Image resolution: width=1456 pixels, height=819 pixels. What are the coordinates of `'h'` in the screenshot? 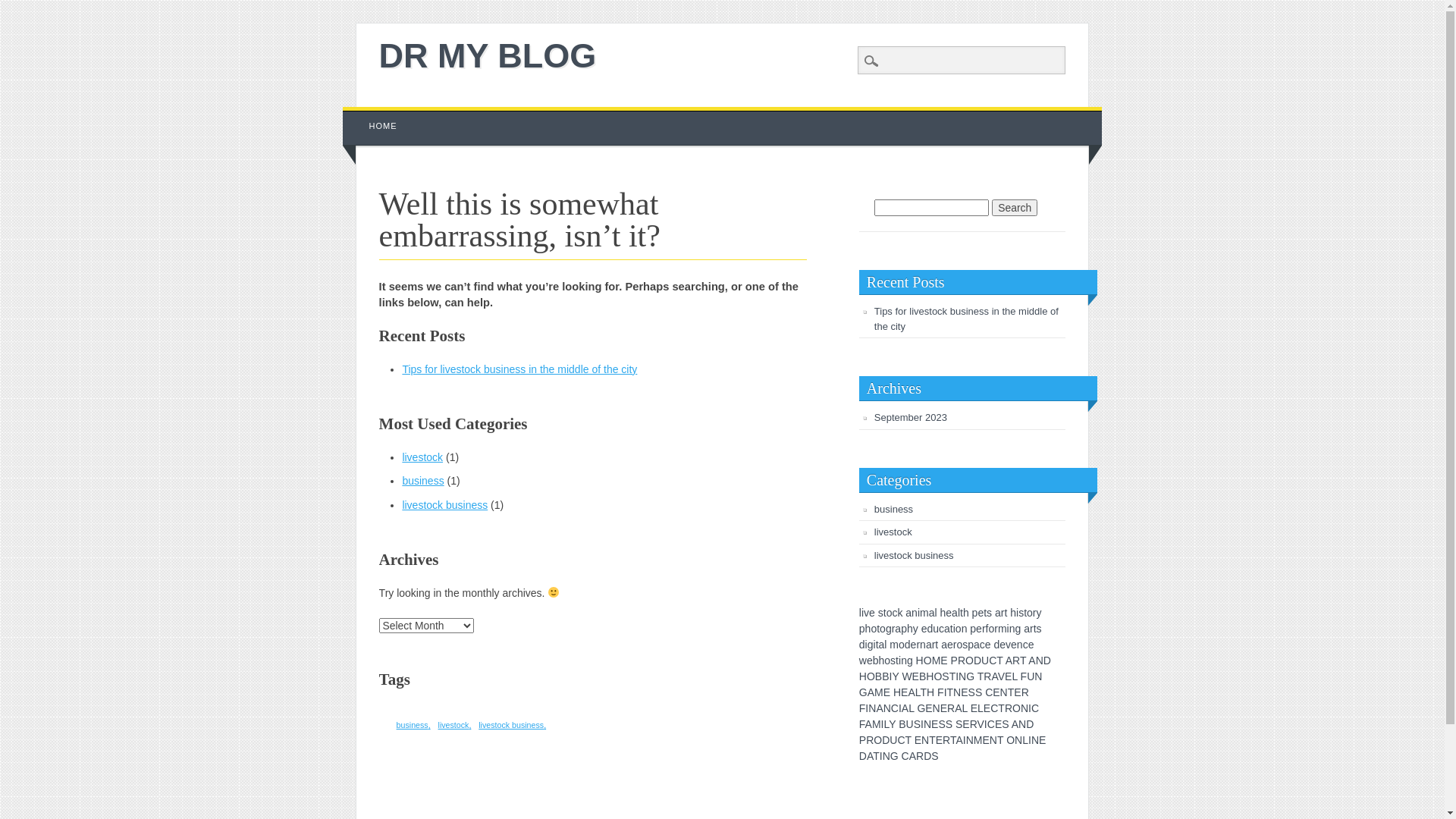 It's located at (965, 611).